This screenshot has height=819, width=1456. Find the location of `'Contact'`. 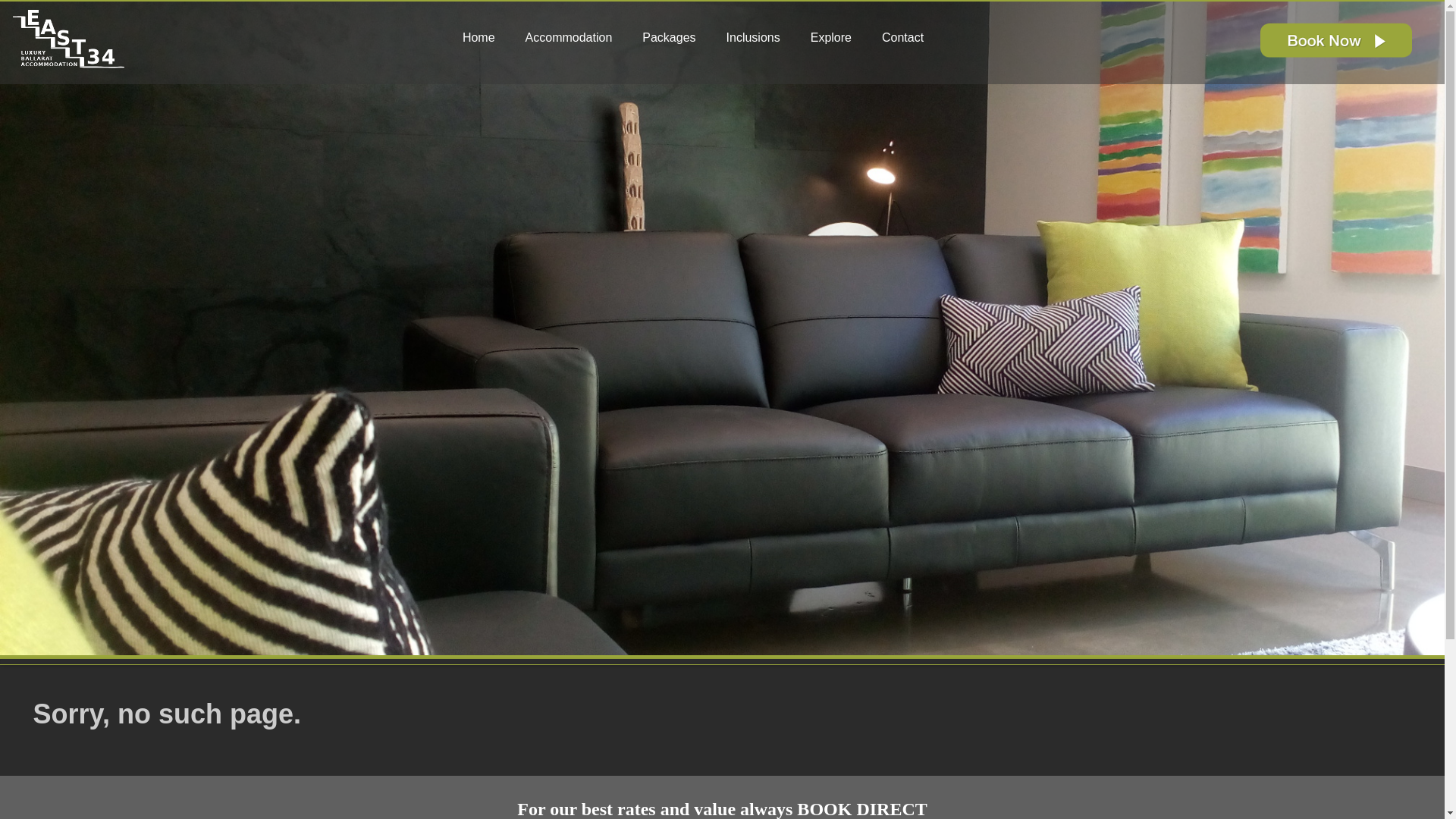

'Contact' is located at coordinates (908, 37).